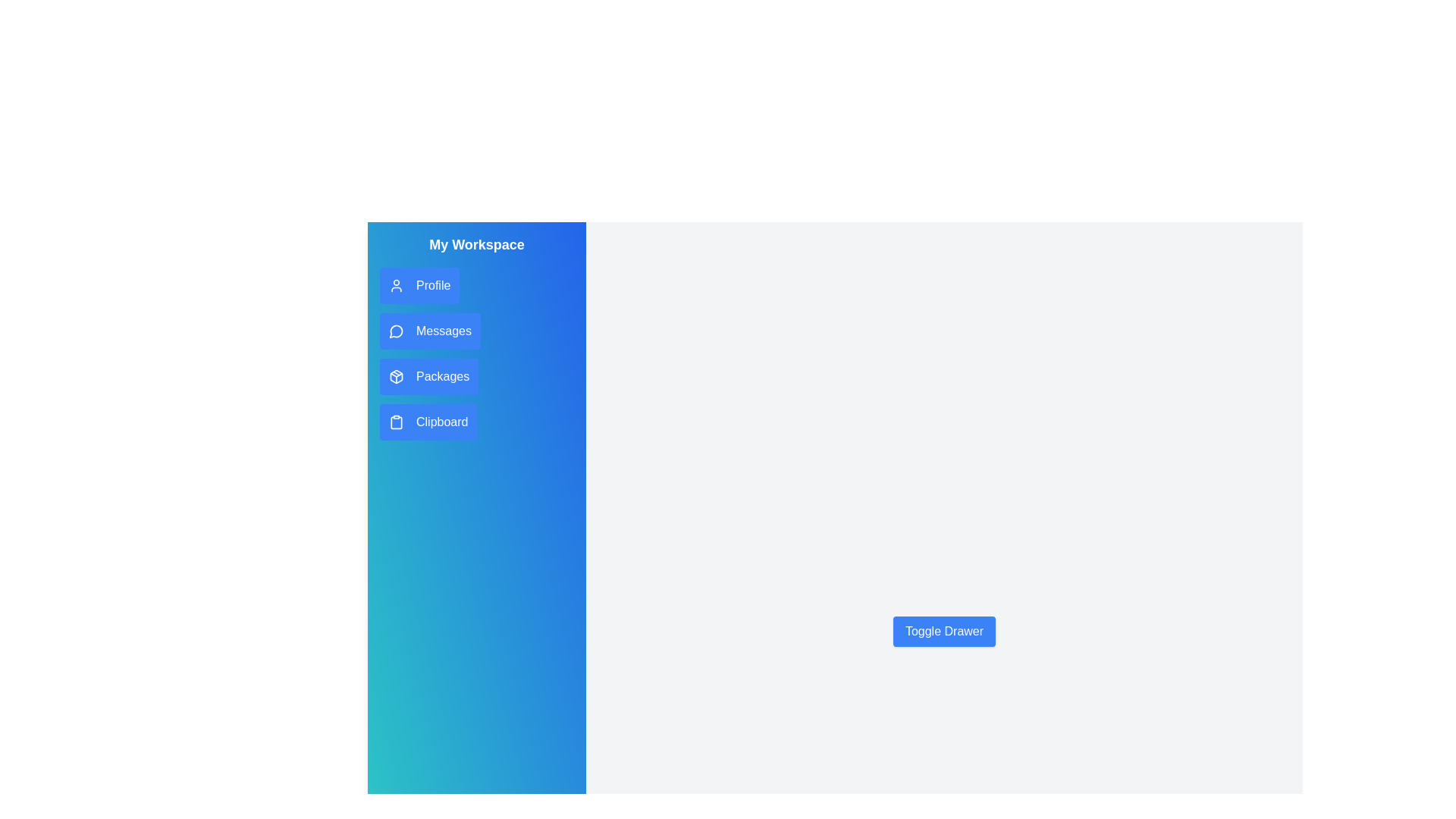 The image size is (1456, 819). Describe the element at coordinates (428, 376) in the screenshot. I see `the 'Packages' button in the drawer` at that location.